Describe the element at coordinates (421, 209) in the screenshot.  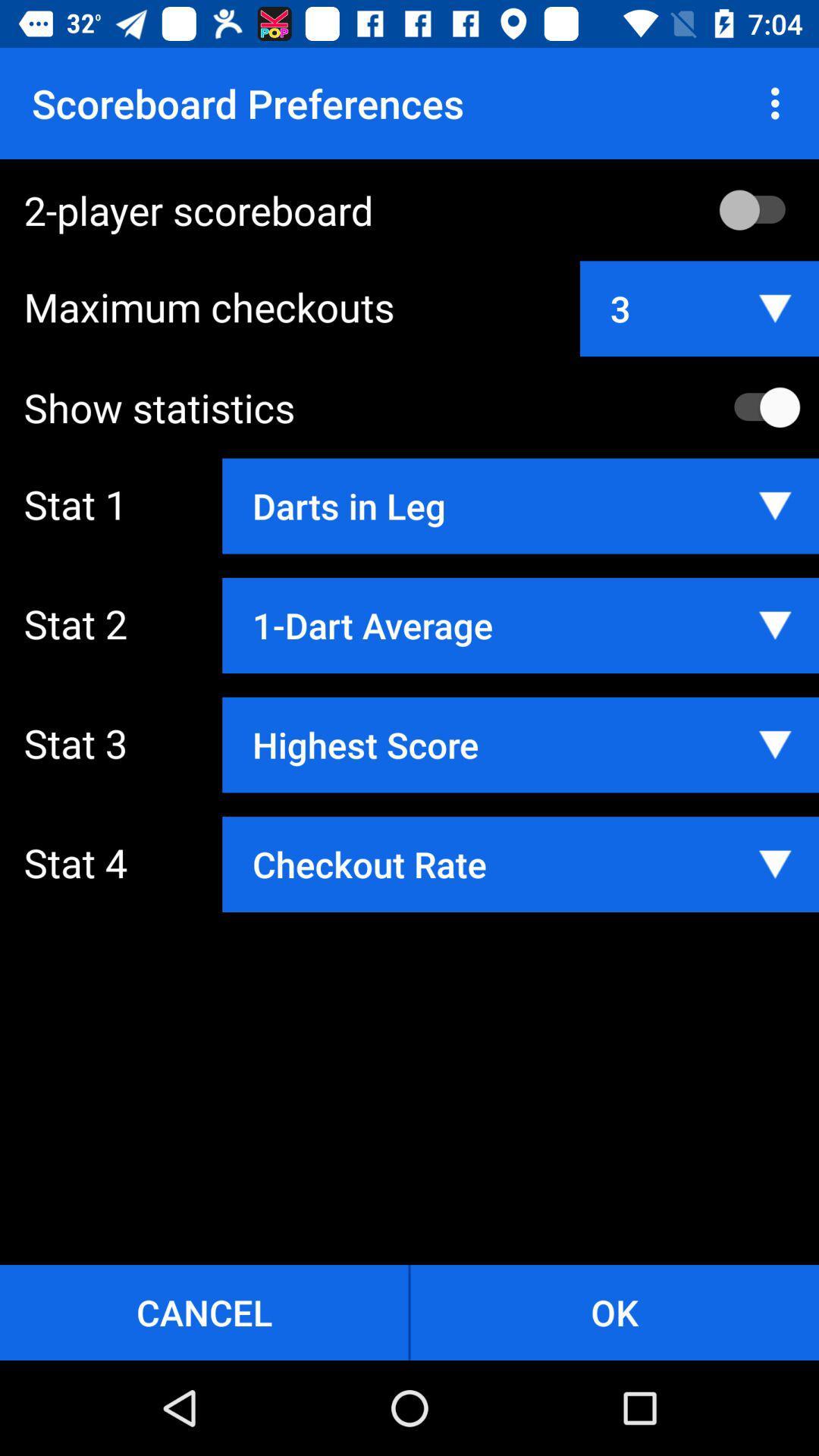
I see `2-player scoreboard icon` at that location.